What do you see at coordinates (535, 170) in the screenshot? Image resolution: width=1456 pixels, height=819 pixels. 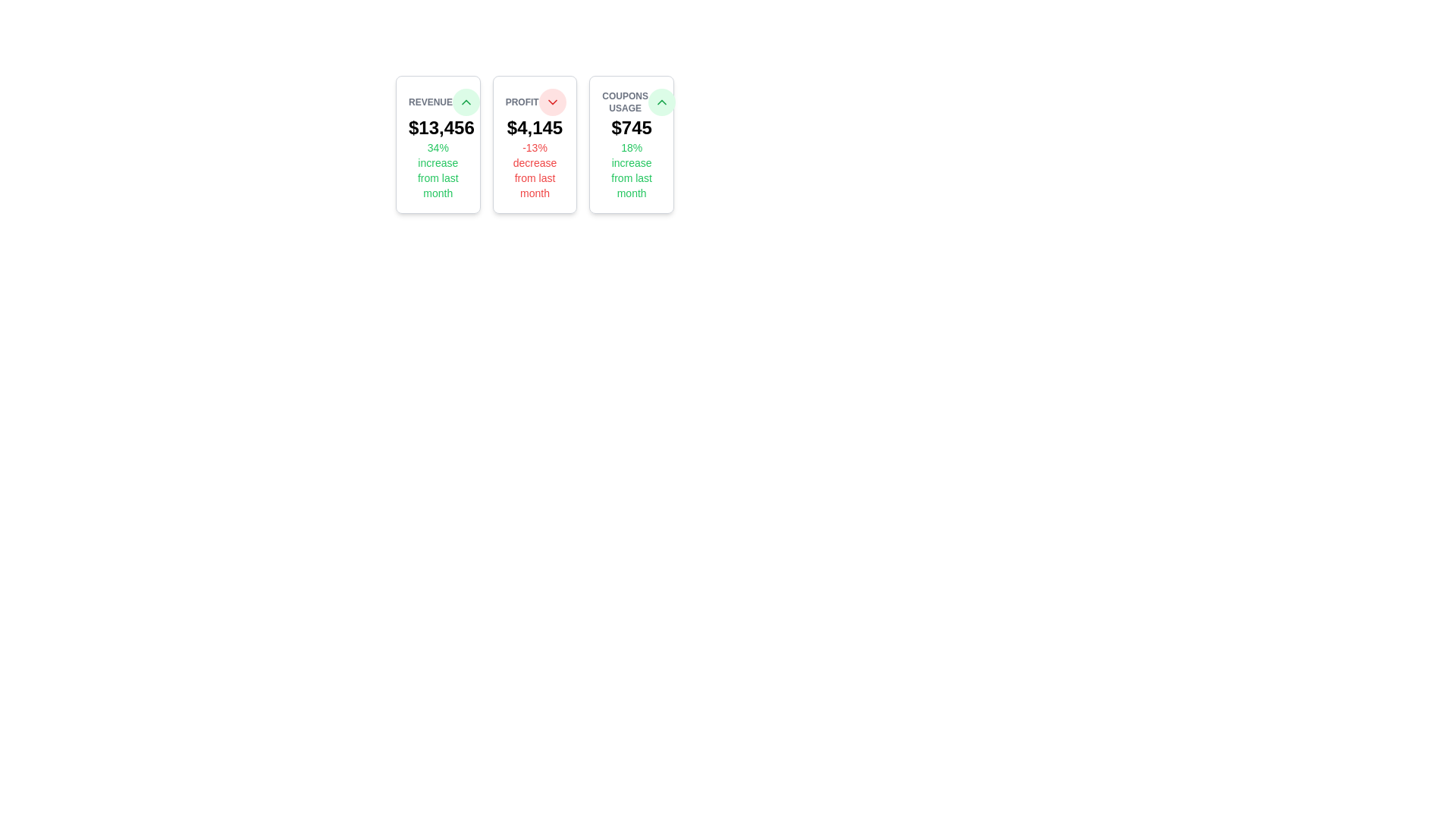 I see `the text label indicating a negative performance metric, displayed in red font and stating '-13% decrease from last month', located beneath the large bold number '$4,145' in the second 'Profit' card` at bounding box center [535, 170].